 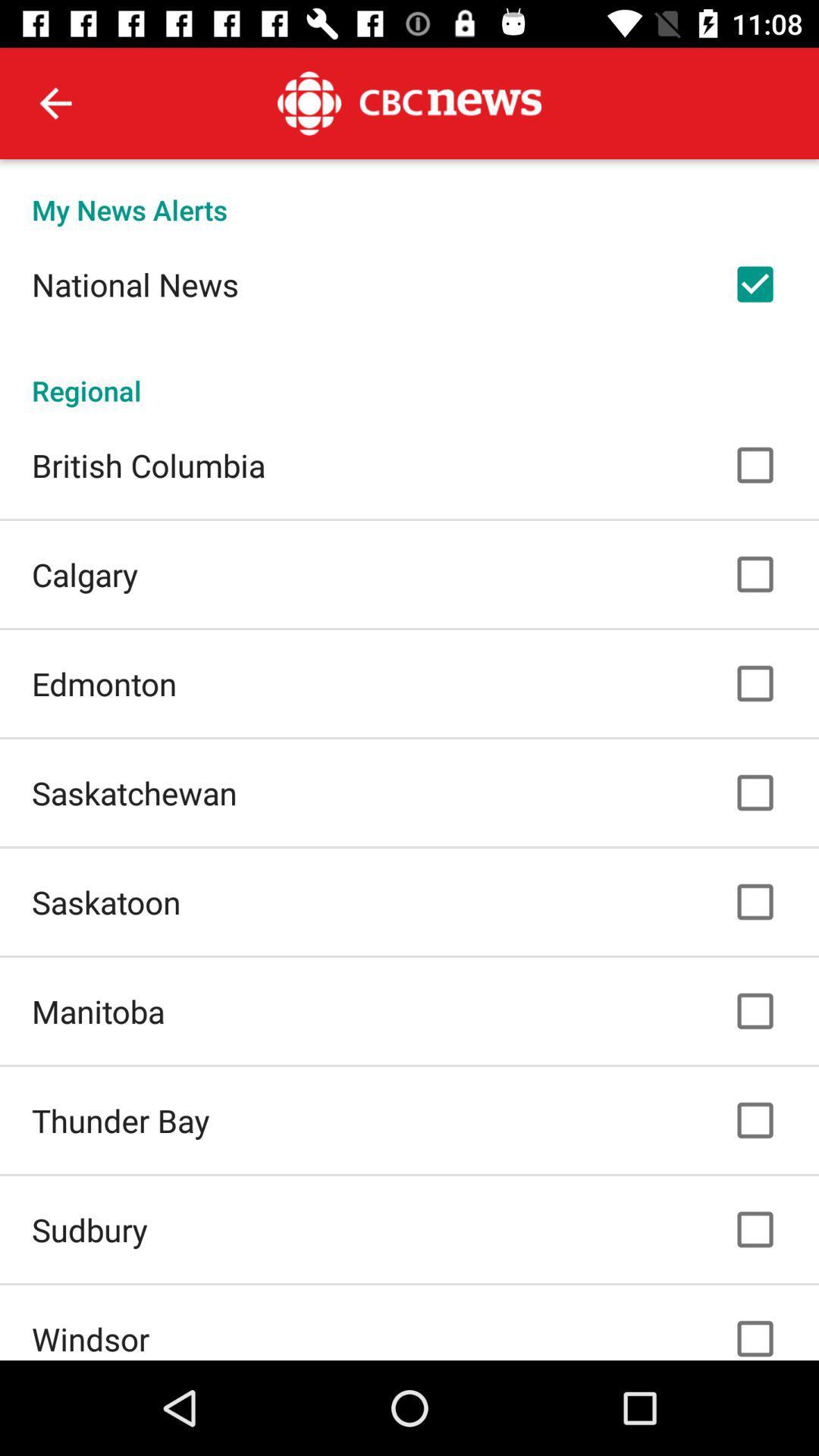 I want to click on the item above regional item, so click(x=134, y=284).